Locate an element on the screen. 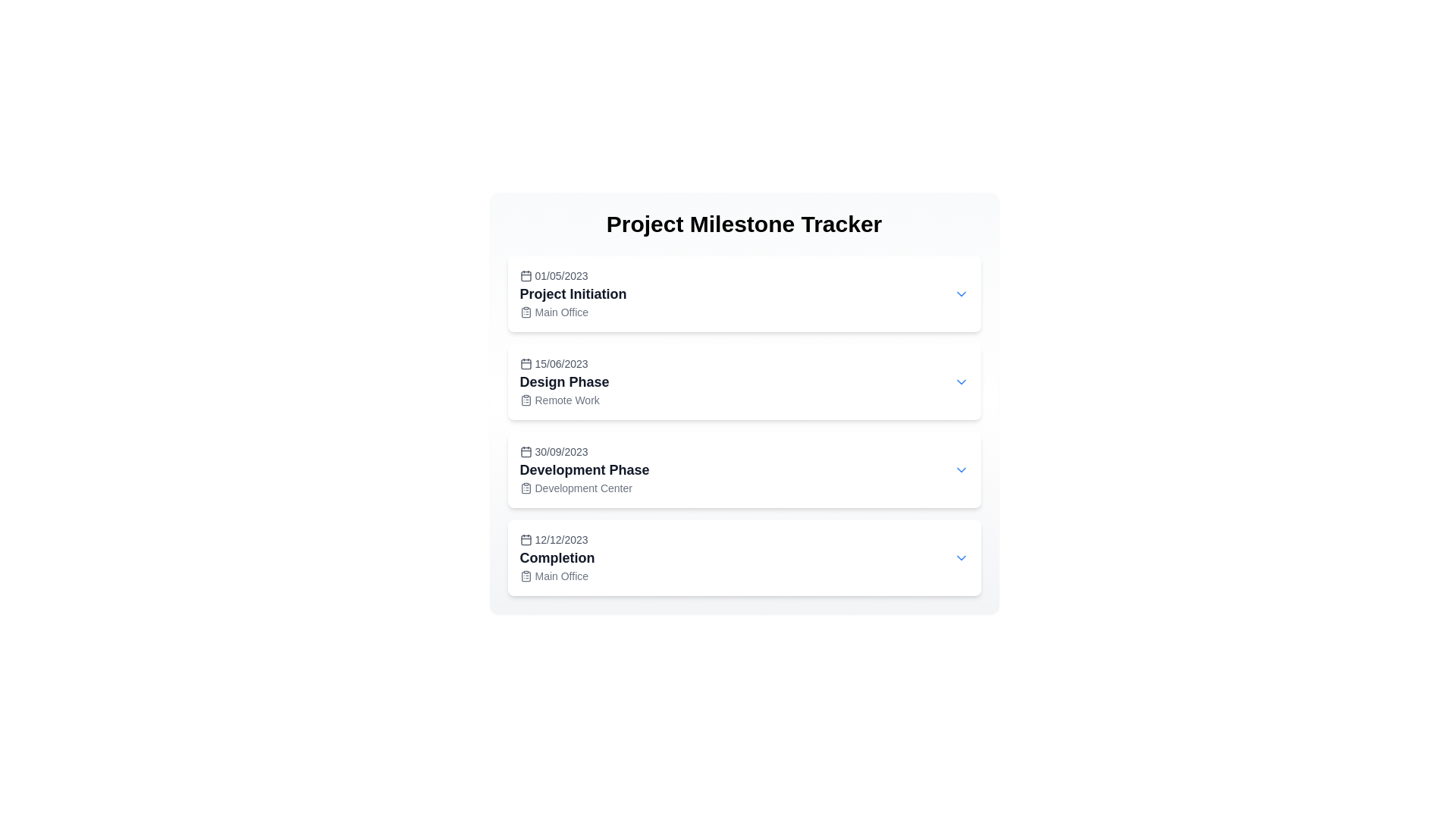 Image resolution: width=1456 pixels, height=819 pixels. information from the text block titled 'Development Phase', which includes the date '30/09/2023' and location 'Development Center' is located at coordinates (584, 469).